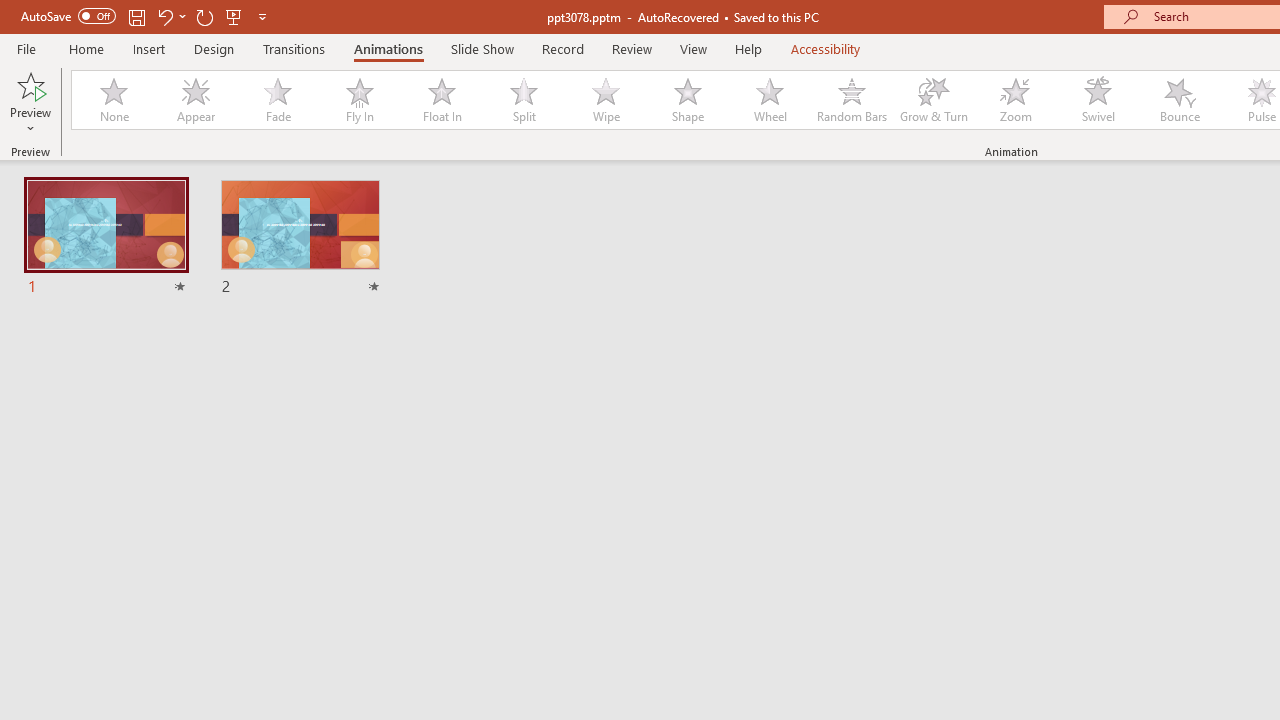 The width and height of the screenshot is (1280, 720). I want to click on 'Save', so click(135, 16).